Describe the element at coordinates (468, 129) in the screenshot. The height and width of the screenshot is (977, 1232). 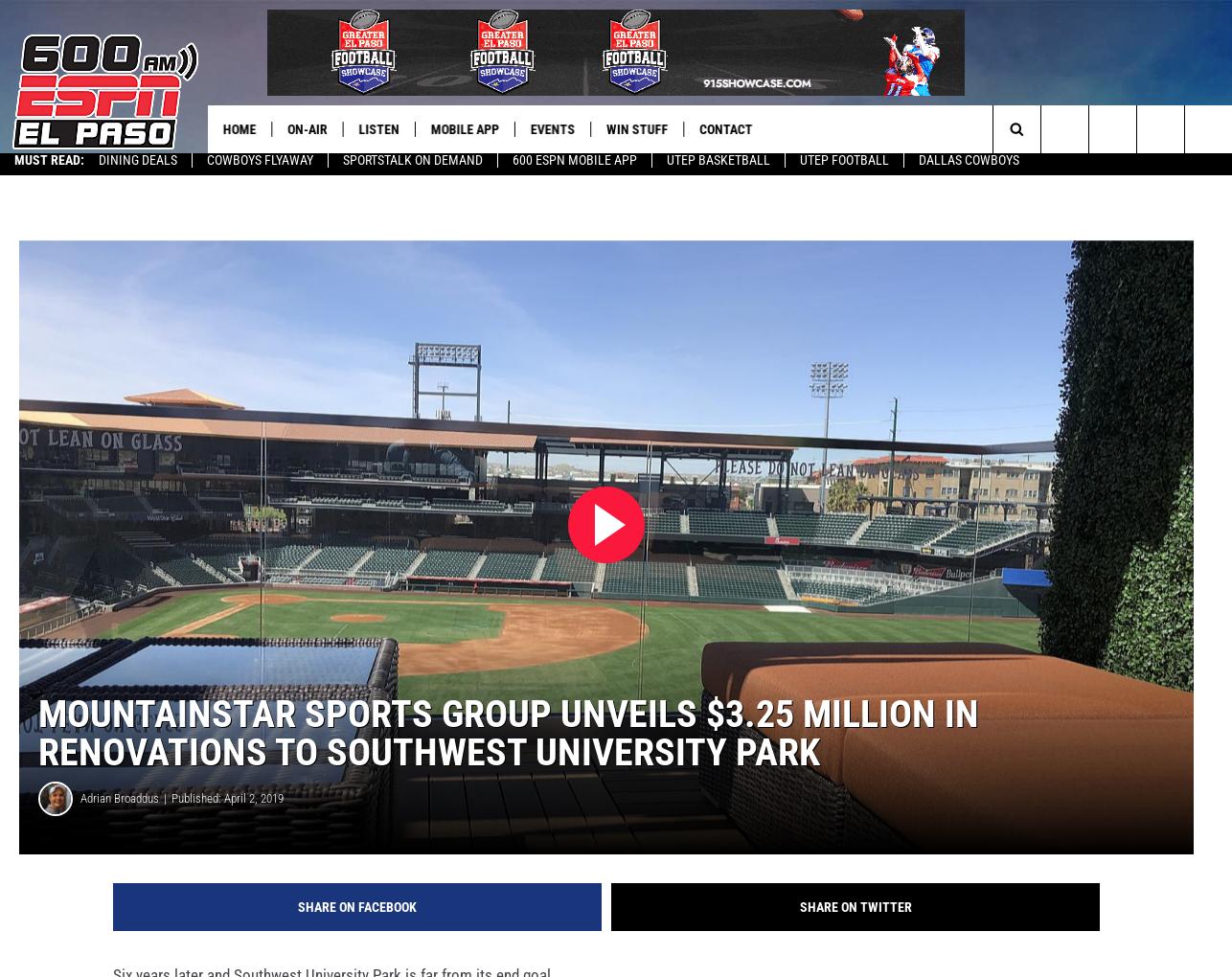
I see `'Mobile App'` at that location.